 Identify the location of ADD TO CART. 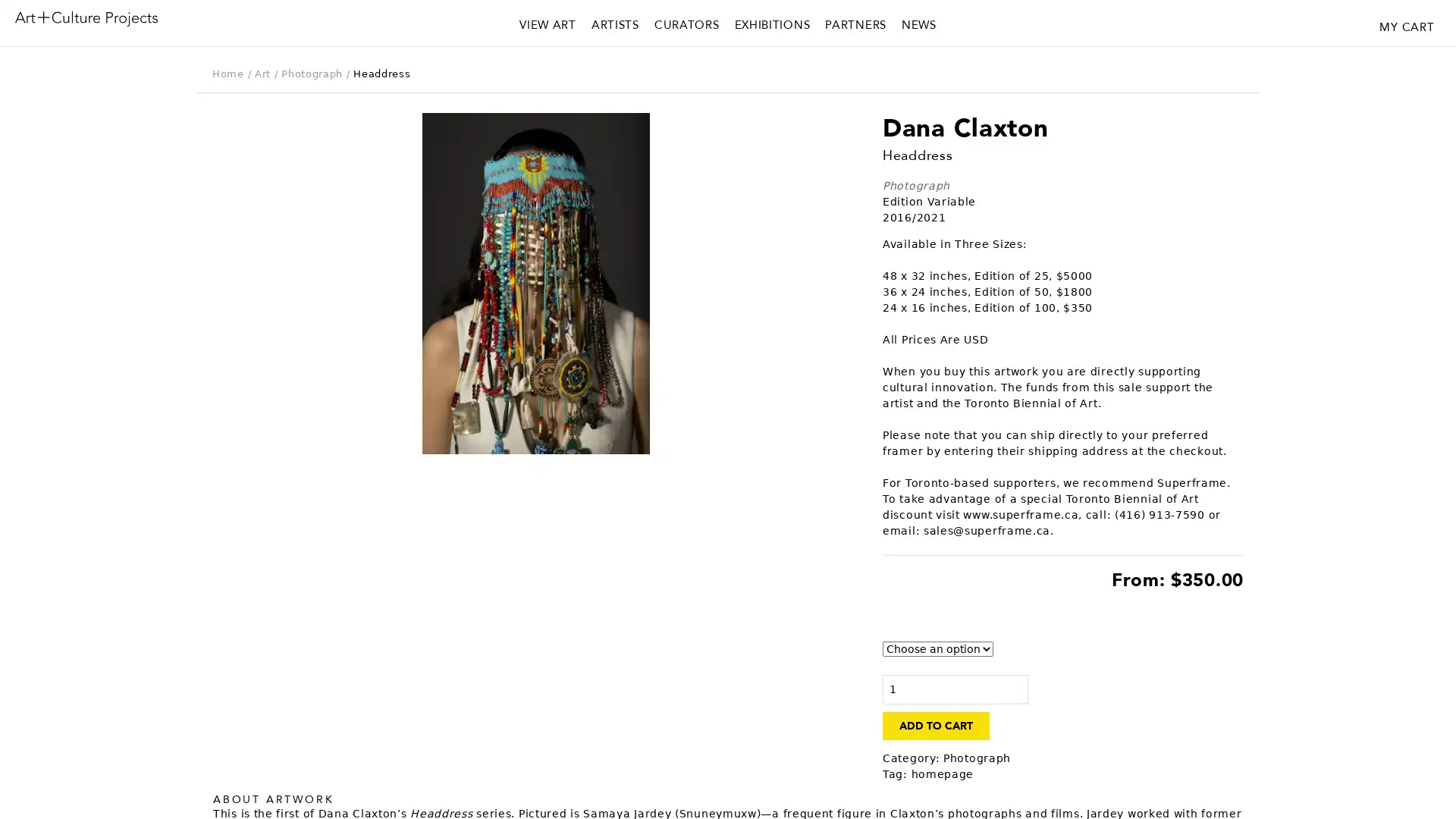
(935, 725).